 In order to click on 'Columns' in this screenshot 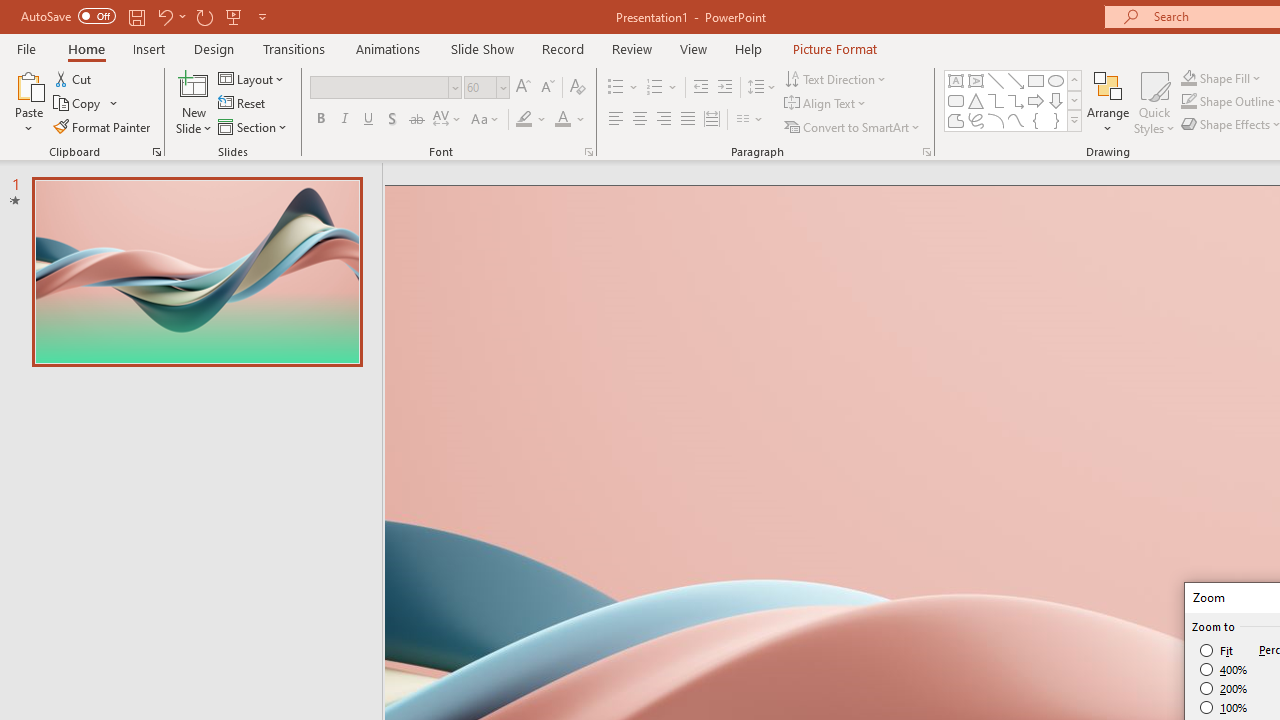, I will do `click(749, 119)`.